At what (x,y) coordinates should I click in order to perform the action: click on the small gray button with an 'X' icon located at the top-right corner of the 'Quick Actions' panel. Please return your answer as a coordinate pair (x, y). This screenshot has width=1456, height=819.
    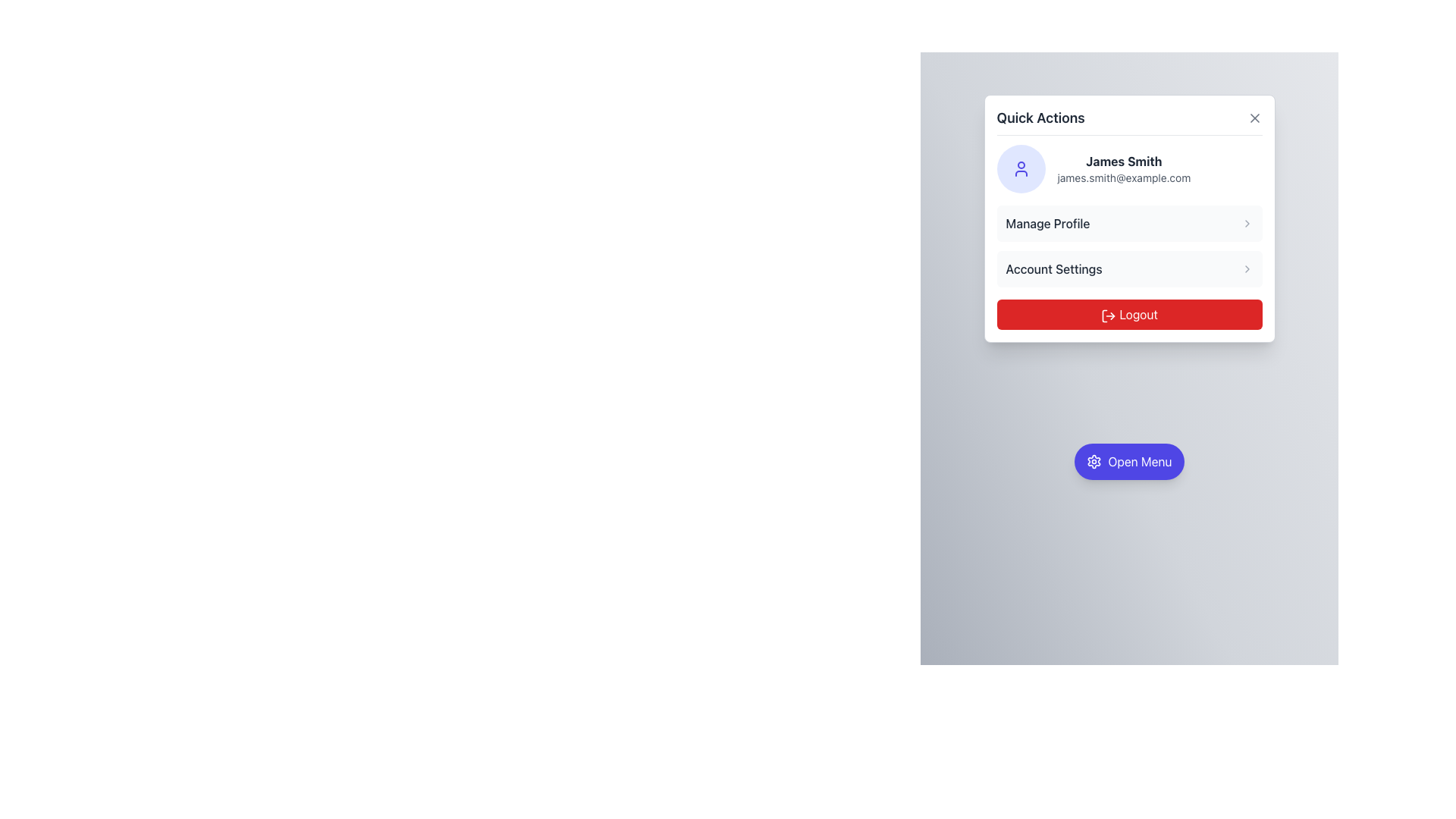
    Looking at the image, I should click on (1254, 117).